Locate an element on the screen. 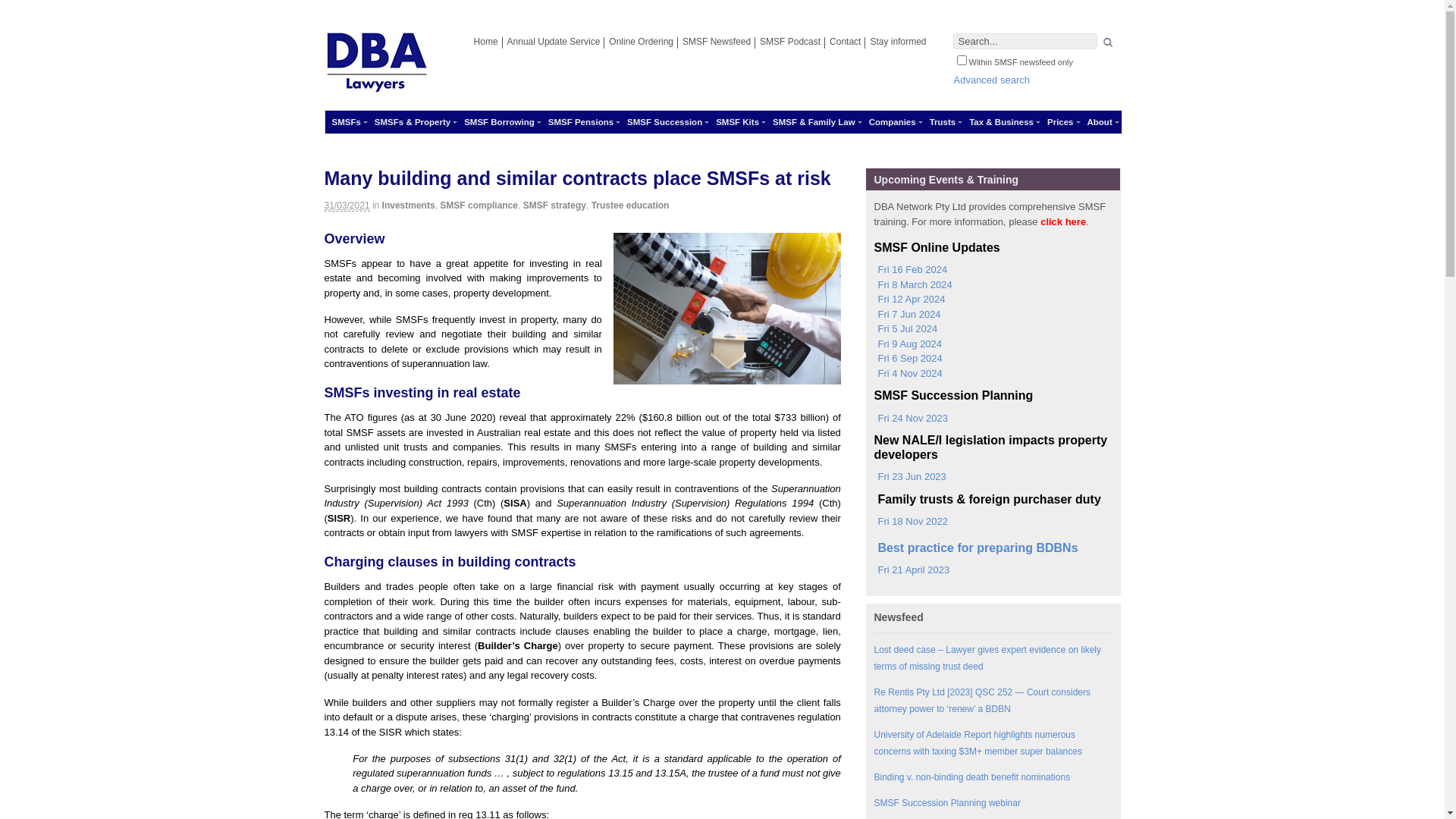 Image resolution: width=1456 pixels, height=819 pixels. 'New NALE/I legislation impacts property developers' is located at coordinates (993, 447).